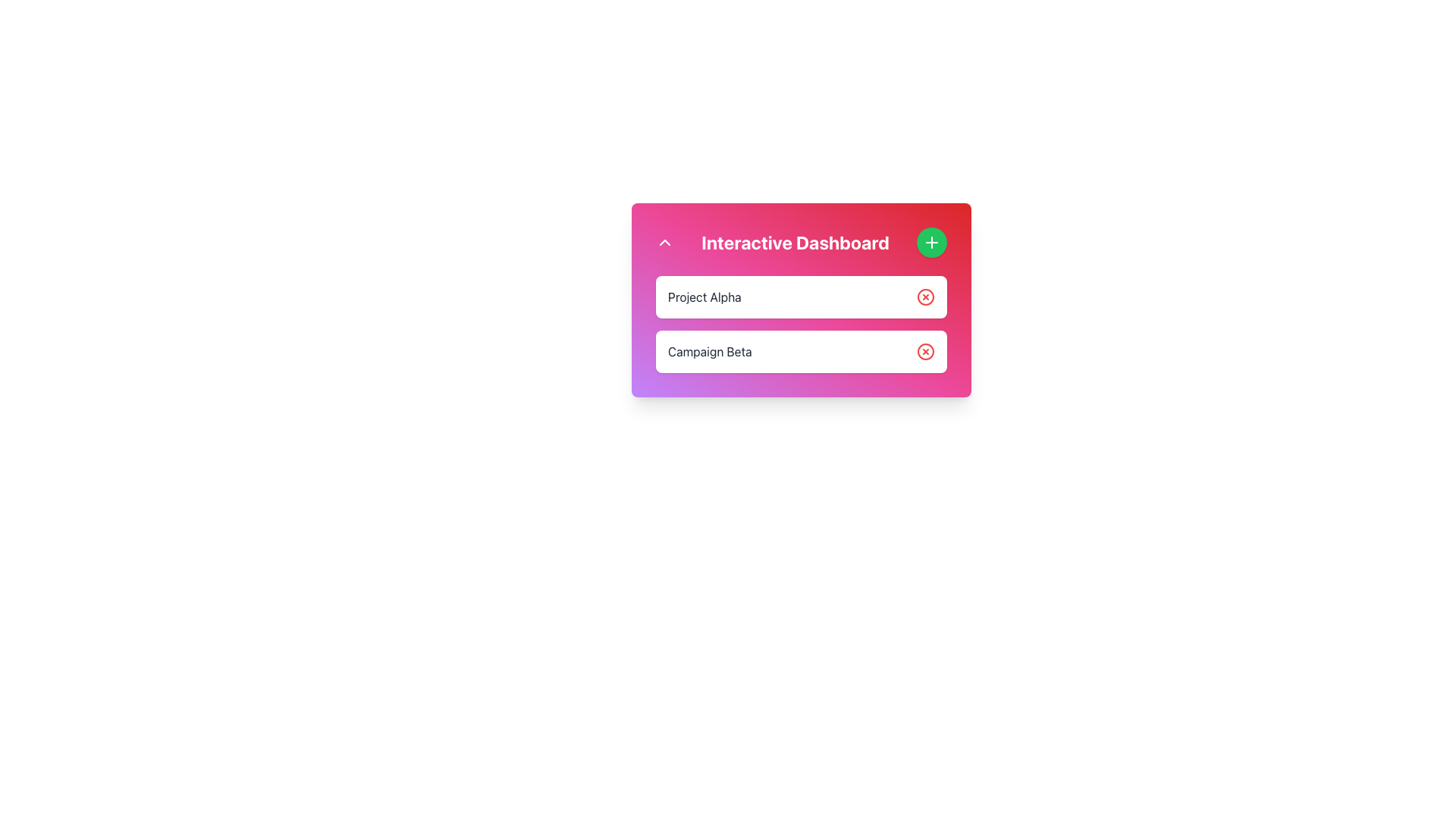 The height and width of the screenshot is (819, 1456). What do you see at coordinates (665, 242) in the screenshot?
I see `the small upwards-pointing chevron icon styled in white against a pink background` at bounding box center [665, 242].